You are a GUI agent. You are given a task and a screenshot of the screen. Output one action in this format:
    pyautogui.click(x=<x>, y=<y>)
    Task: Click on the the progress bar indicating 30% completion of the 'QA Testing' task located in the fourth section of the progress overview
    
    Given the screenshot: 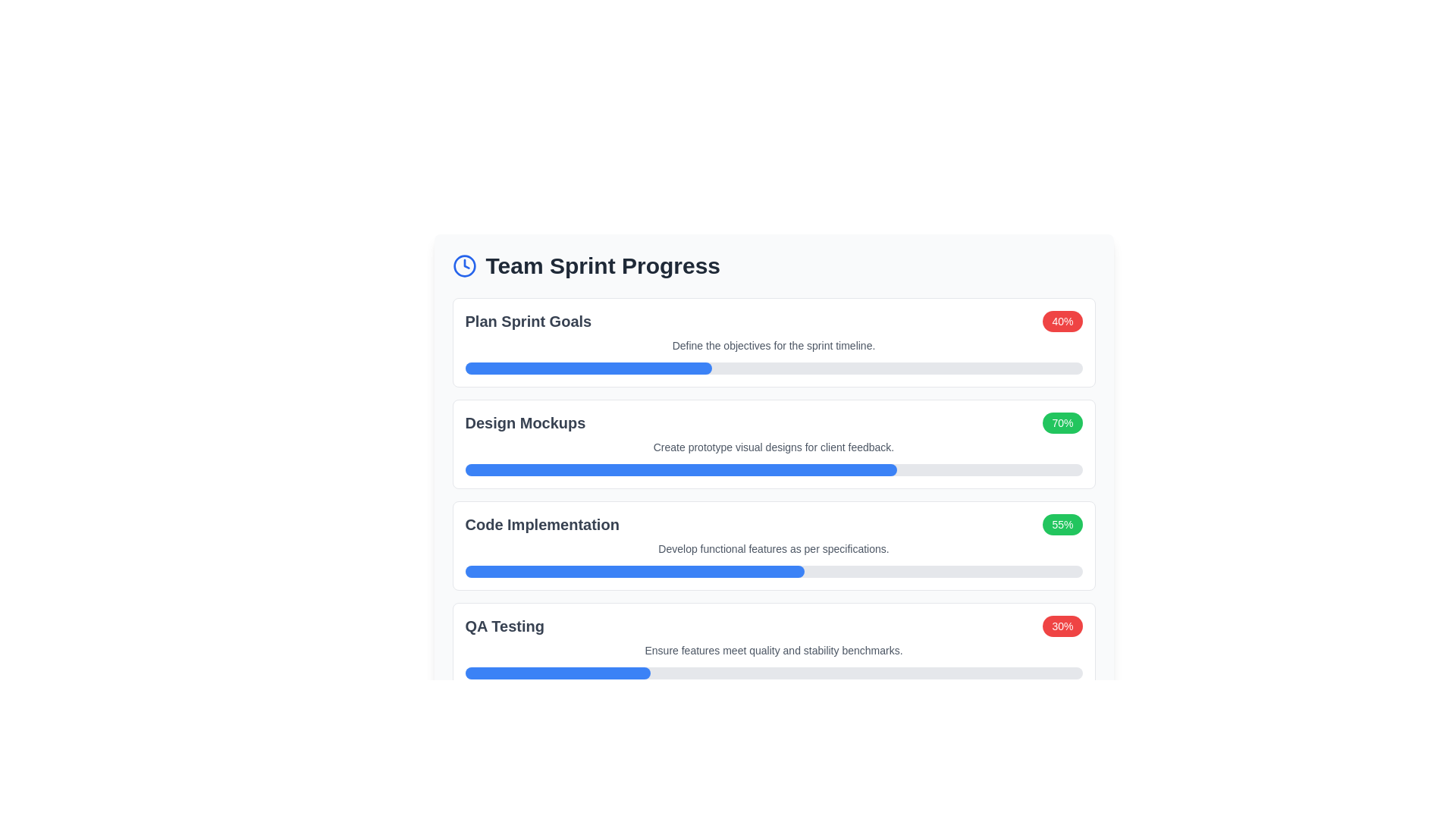 What is the action you would take?
    pyautogui.click(x=773, y=672)
    